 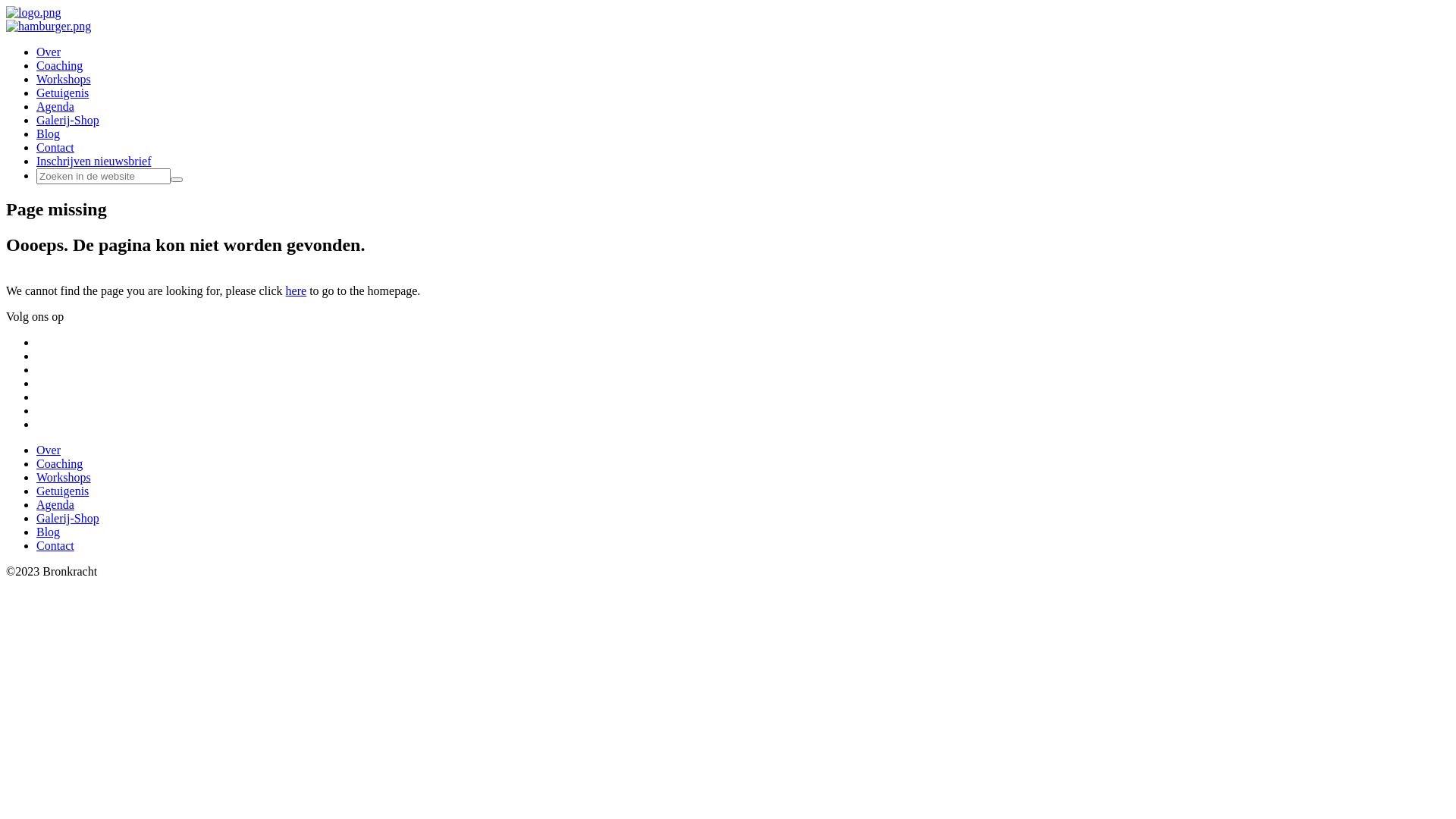 I want to click on 'Contact', so click(x=36, y=147).